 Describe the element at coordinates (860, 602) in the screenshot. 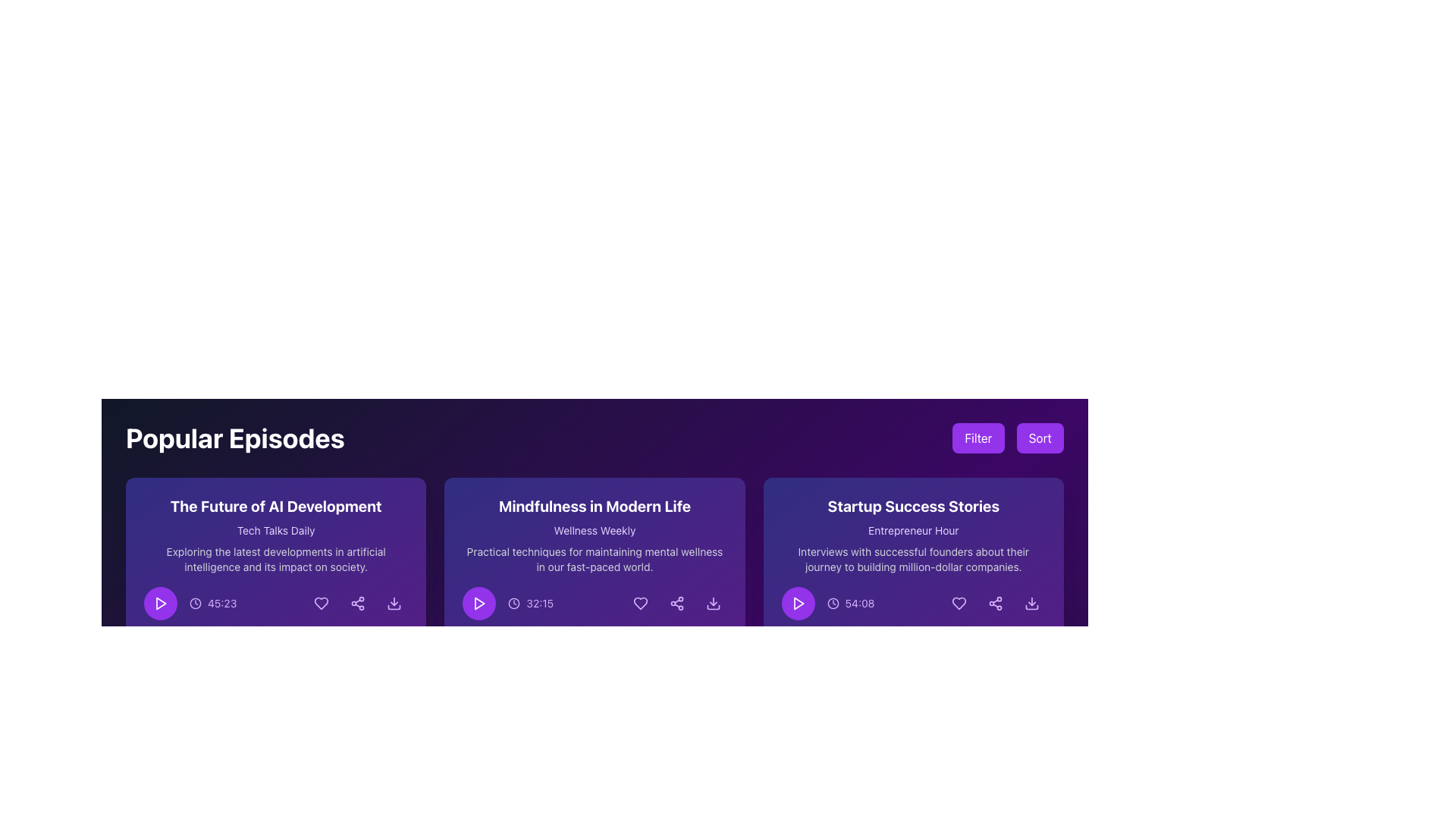

I see `text element displaying '54:08' styled with a light purple color, located within the 'Startup Success Stories' card in the 'Popular Episodes' section, positioned to the right of the clock icon` at that location.